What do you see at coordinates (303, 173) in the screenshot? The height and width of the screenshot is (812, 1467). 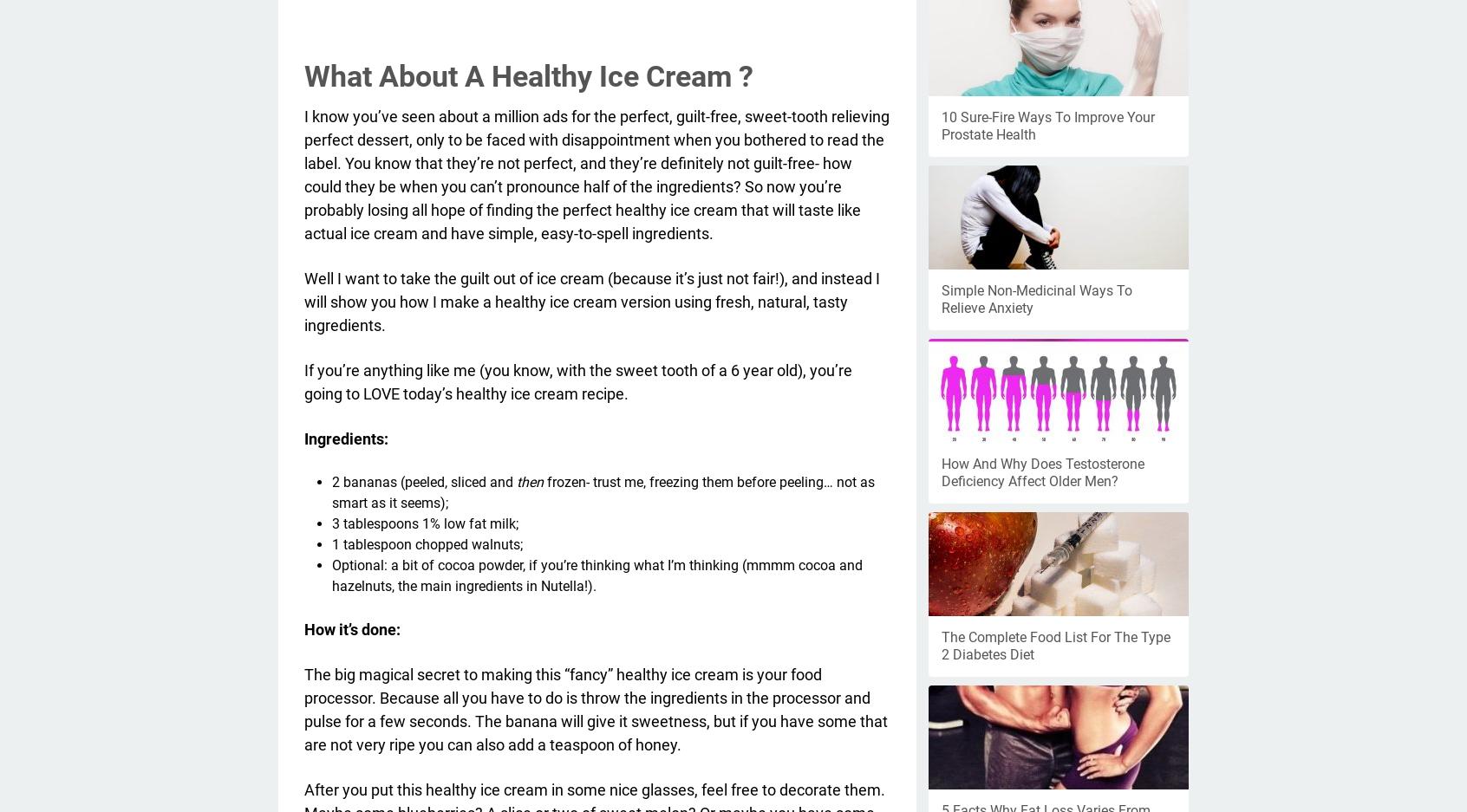 I see `'I know you’ve seen about a million ads for the perfect, guilt-free, sweet-tooth relieving perfect dessert, only to be faced with disappointment when you bothered to read the label. You know that they’re not perfect, and they’re definitely not guilt-free- how could they be when you can’t pronounce half of the ingredients? So now you’re probably losing all hope of finding the perfect healthy ice cream that will taste like actual ice cream and have simple, easy-to-spell ingredients.'` at bounding box center [303, 173].